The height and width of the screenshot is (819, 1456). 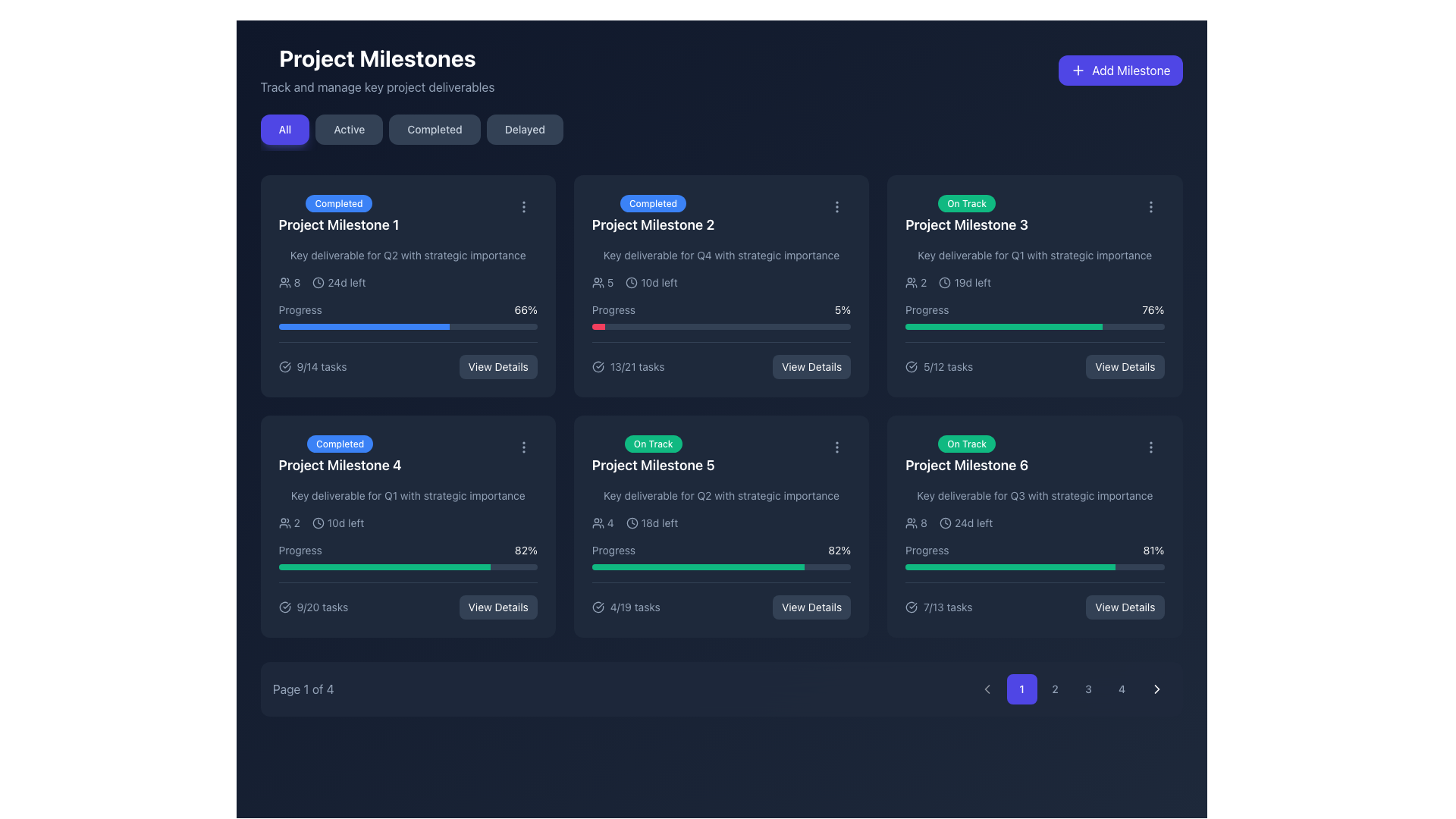 What do you see at coordinates (720, 556) in the screenshot?
I see `progress status and percentage displayed in the Progress Indicator located within the 'Project Milestone 5' card, which shows the milestone's progress visually` at bounding box center [720, 556].